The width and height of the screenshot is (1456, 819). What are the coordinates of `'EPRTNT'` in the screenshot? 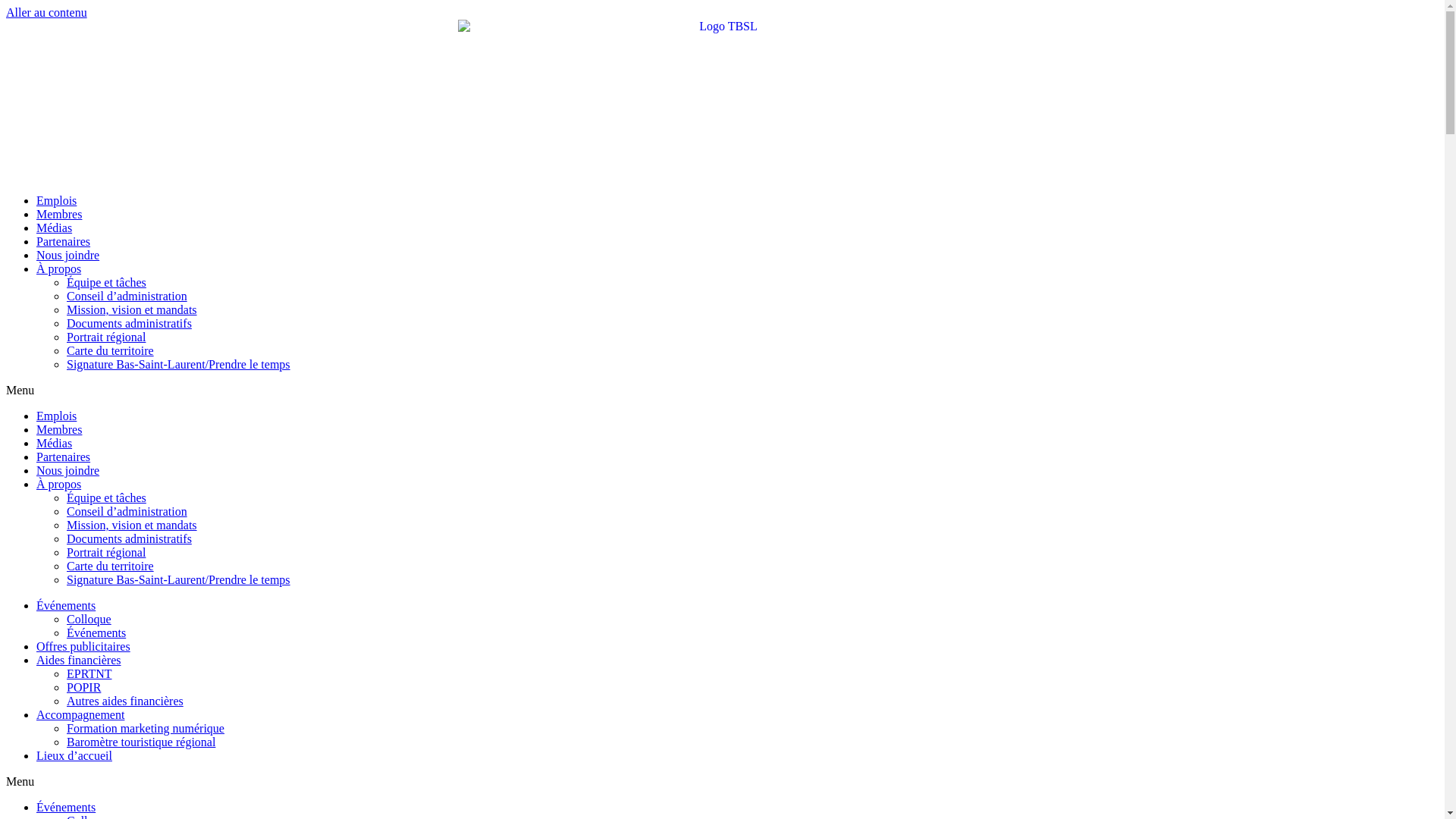 It's located at (88, 673).